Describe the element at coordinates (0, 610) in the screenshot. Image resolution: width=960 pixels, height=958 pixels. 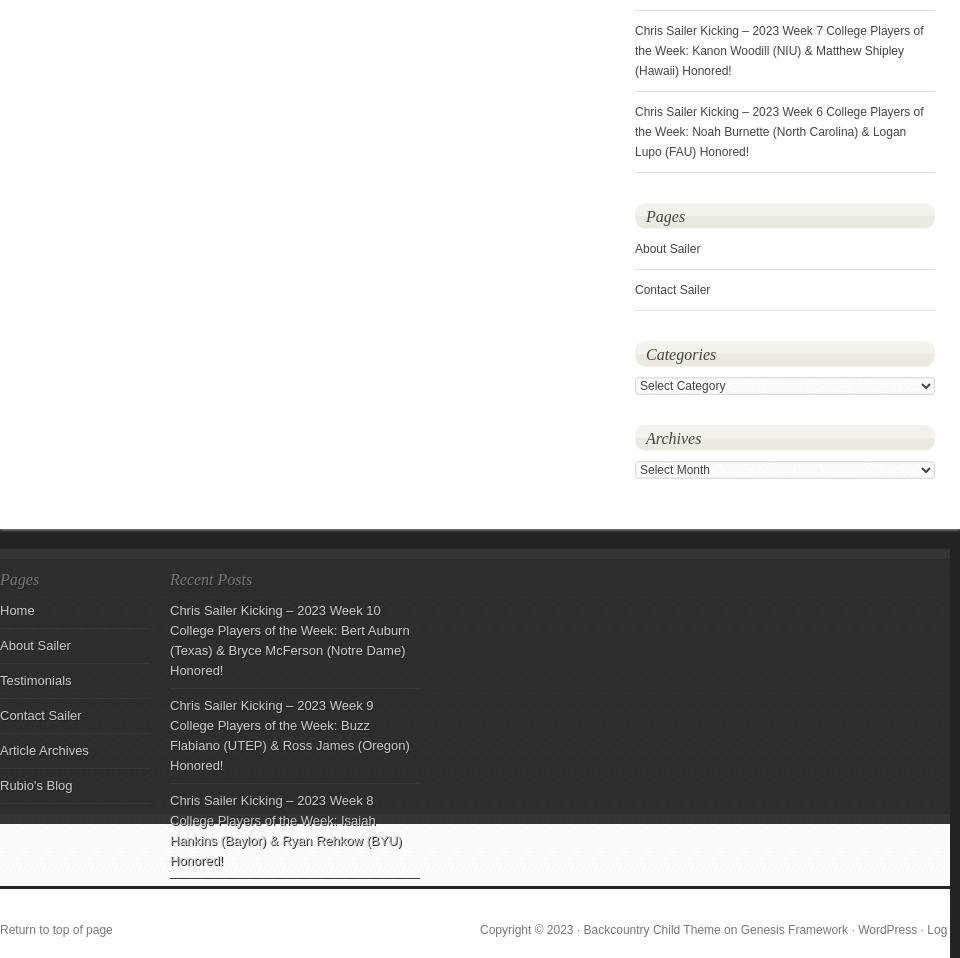
I see `'Home'` at that location.